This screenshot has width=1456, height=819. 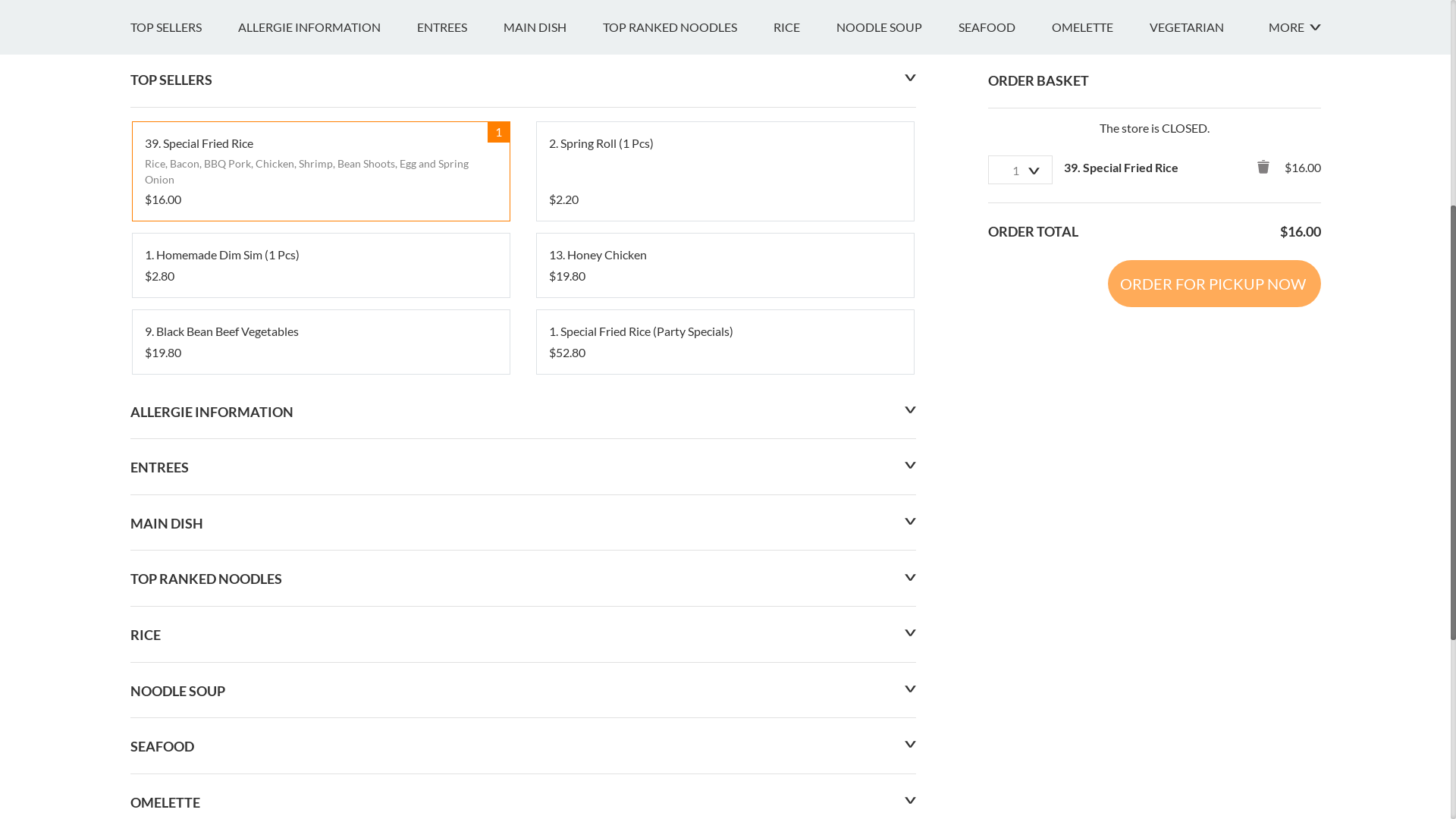 What do you see at coordinates (327, 415) in the screenshot?
I see `'ALLERGIE INFORMATION'` at bounding box center [327, 415].